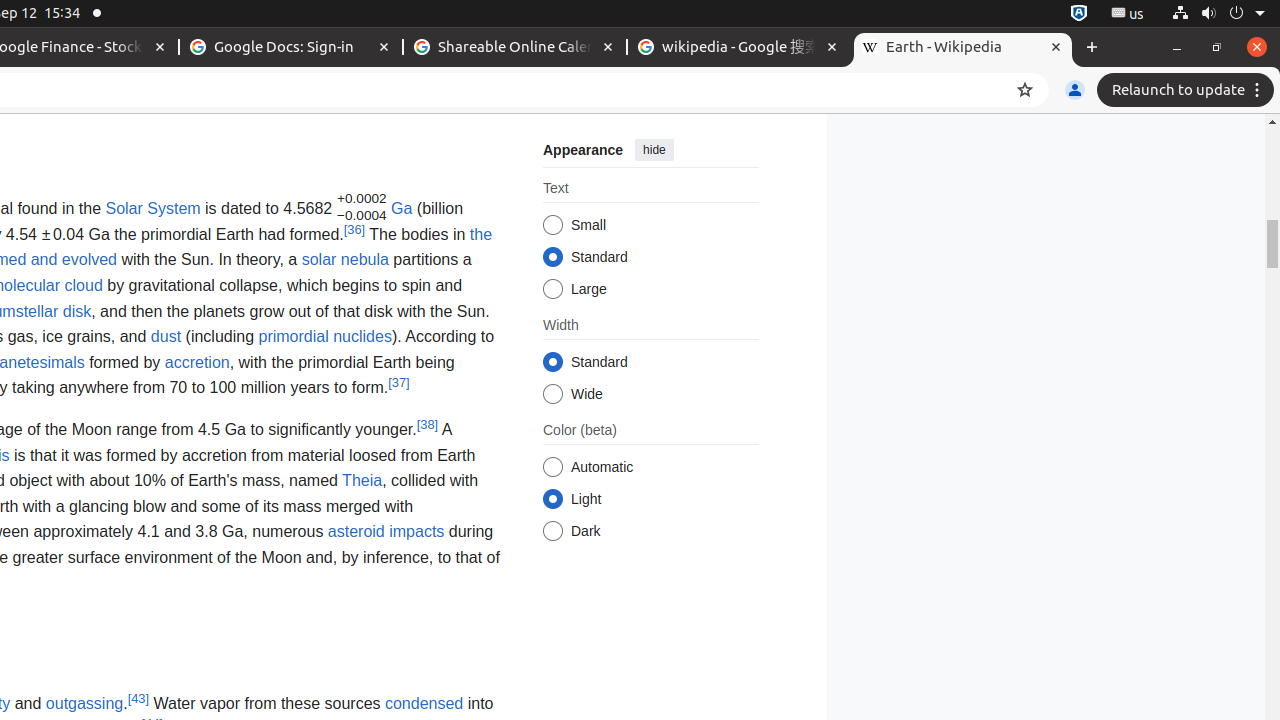 This screenshot has height=720, width=1280. Describe the element at coordinates (552, 530) in the screenshot. I see `'Dark'` at that location.